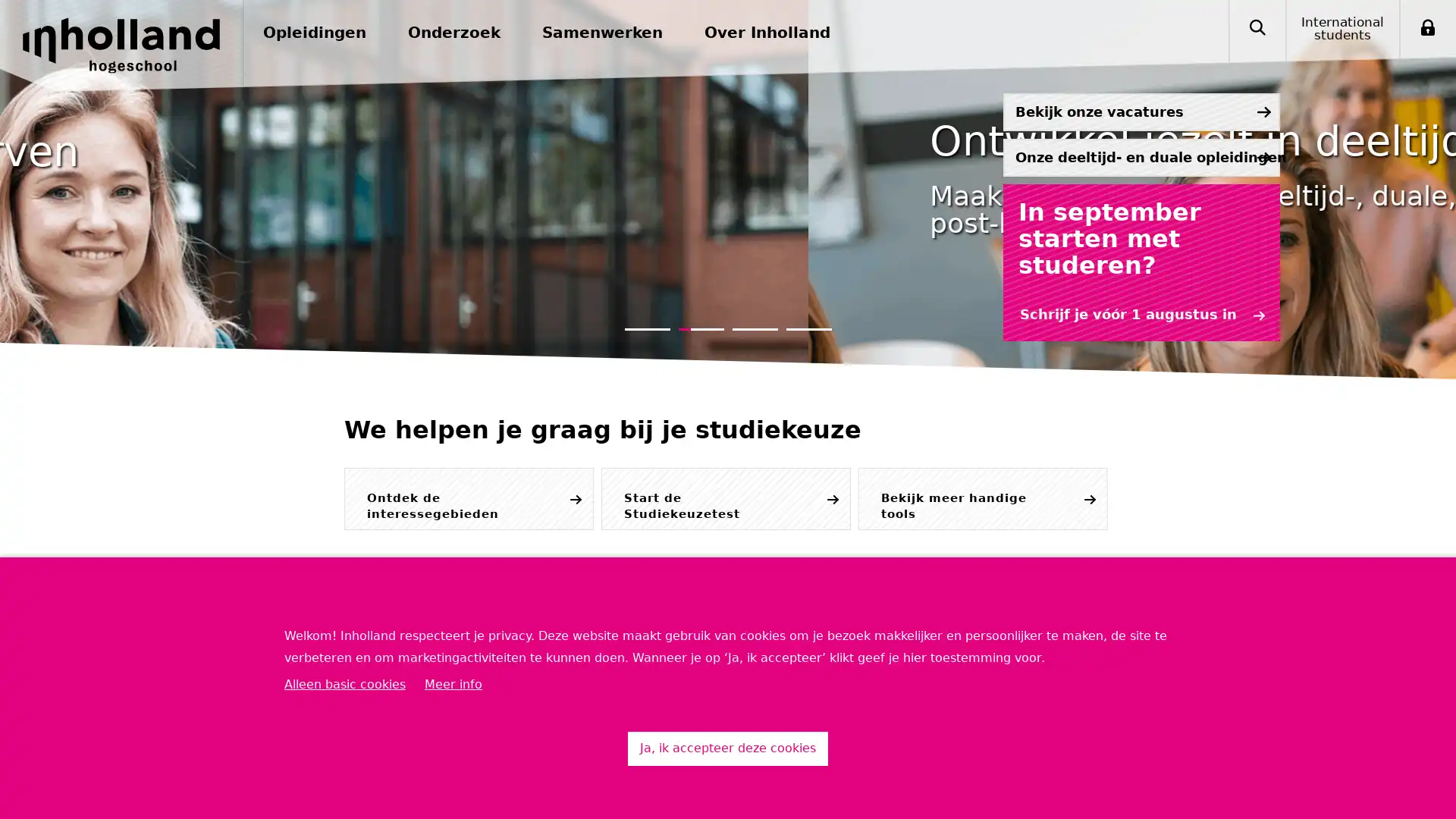  I want to click on Ja, ik accepteer deze cookies, so click(728, 748).